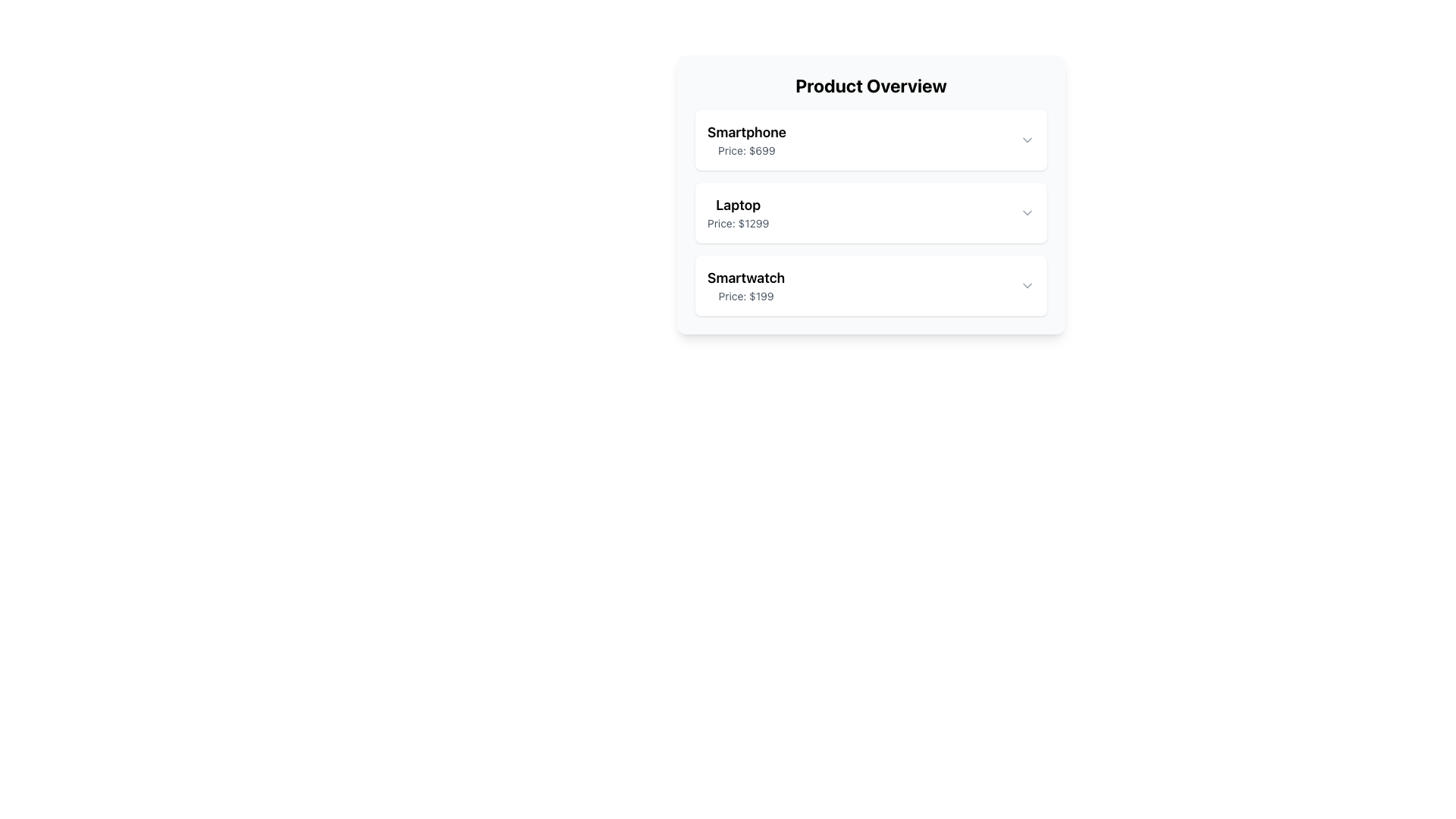 This screenshot has height=819, width=1456. I want to click on the price label of the 'Smartphone' item, which is a static text element located below the 'Smartphone' label and above the next product in the list, so click(746, 151).